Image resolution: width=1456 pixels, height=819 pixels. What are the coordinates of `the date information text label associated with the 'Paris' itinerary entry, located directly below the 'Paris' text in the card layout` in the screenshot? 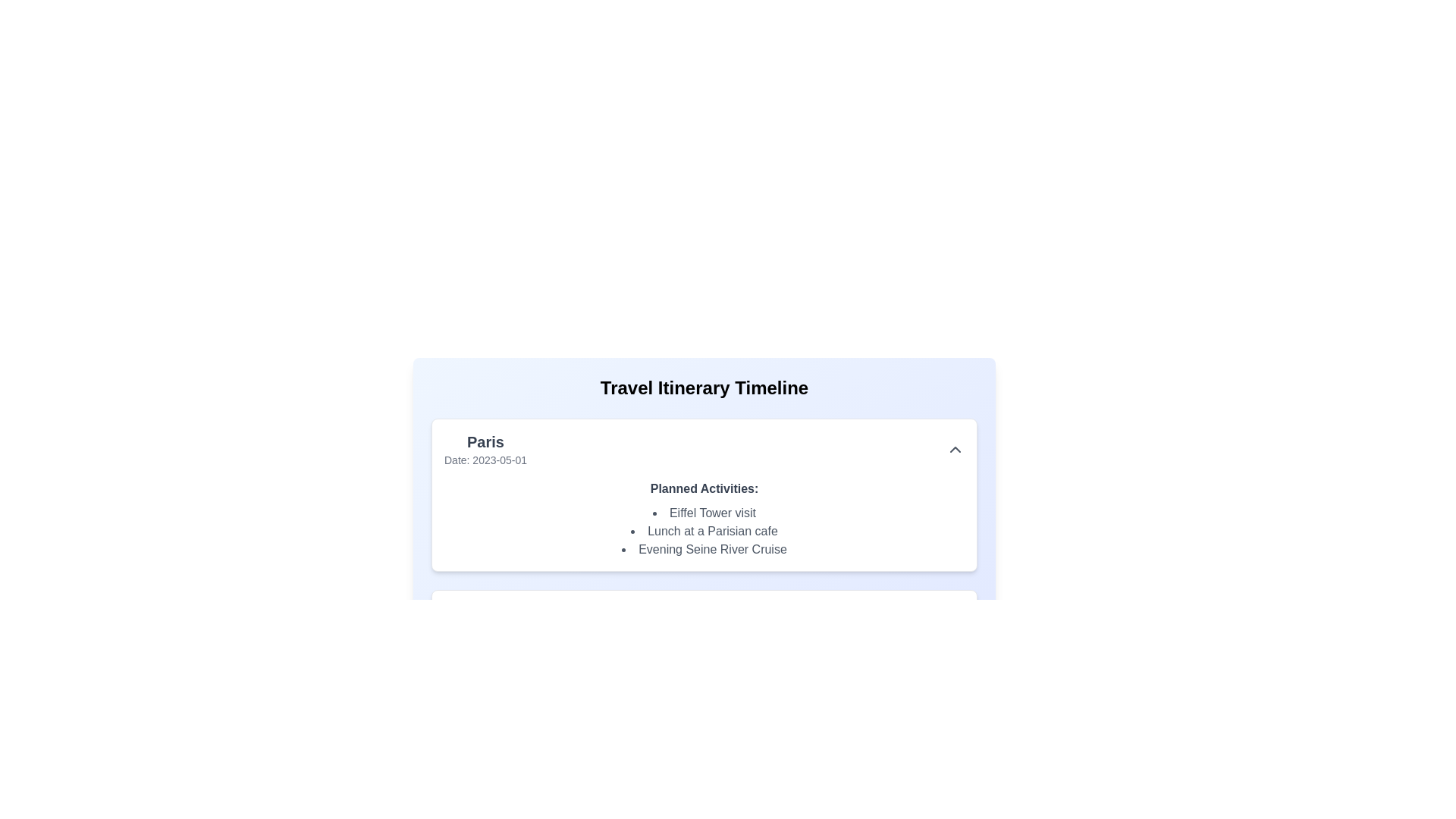 It's located at (485, 459).